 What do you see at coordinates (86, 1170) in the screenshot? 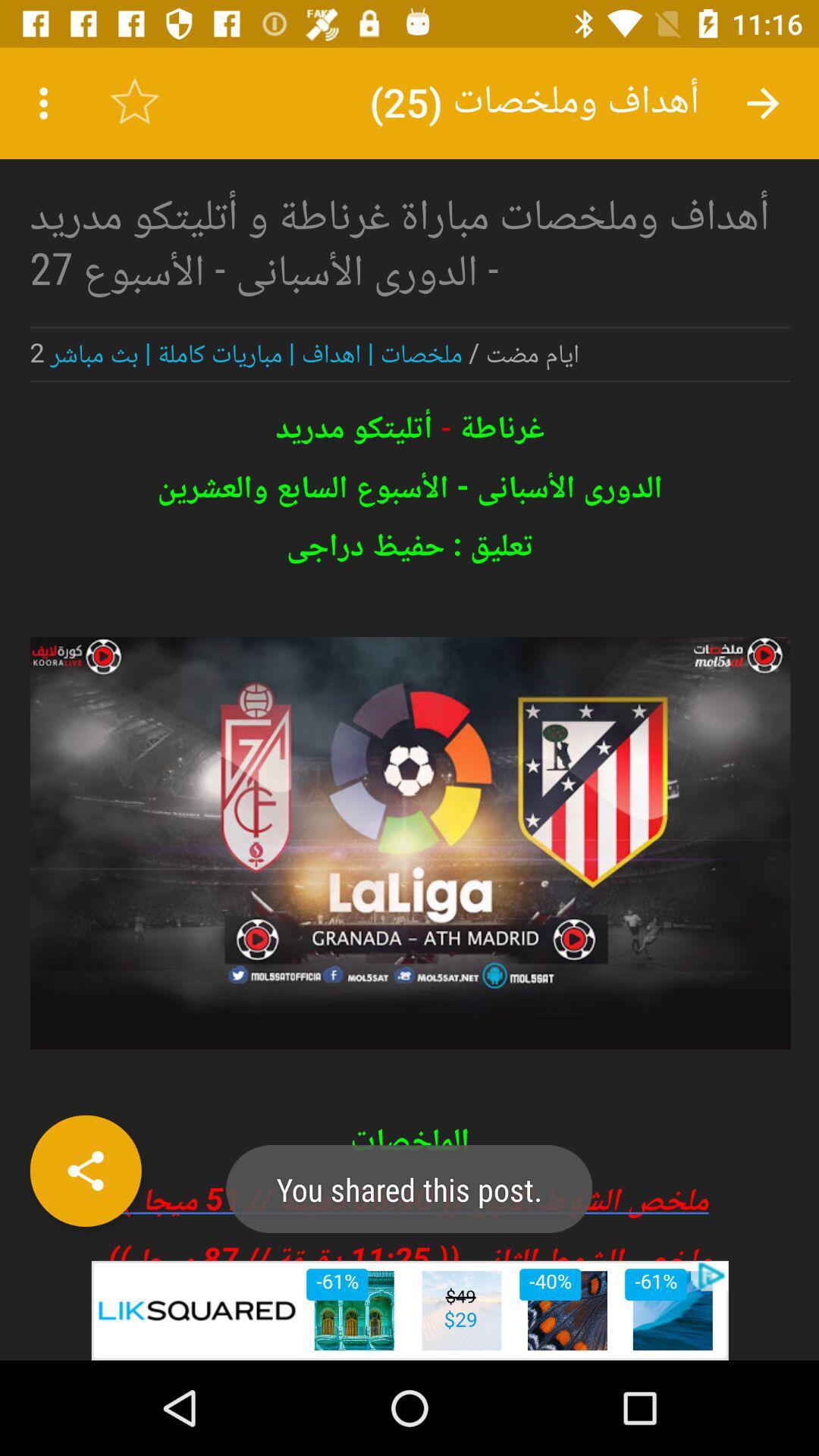
I see `the share icon` at bounding box center [86, 1170].